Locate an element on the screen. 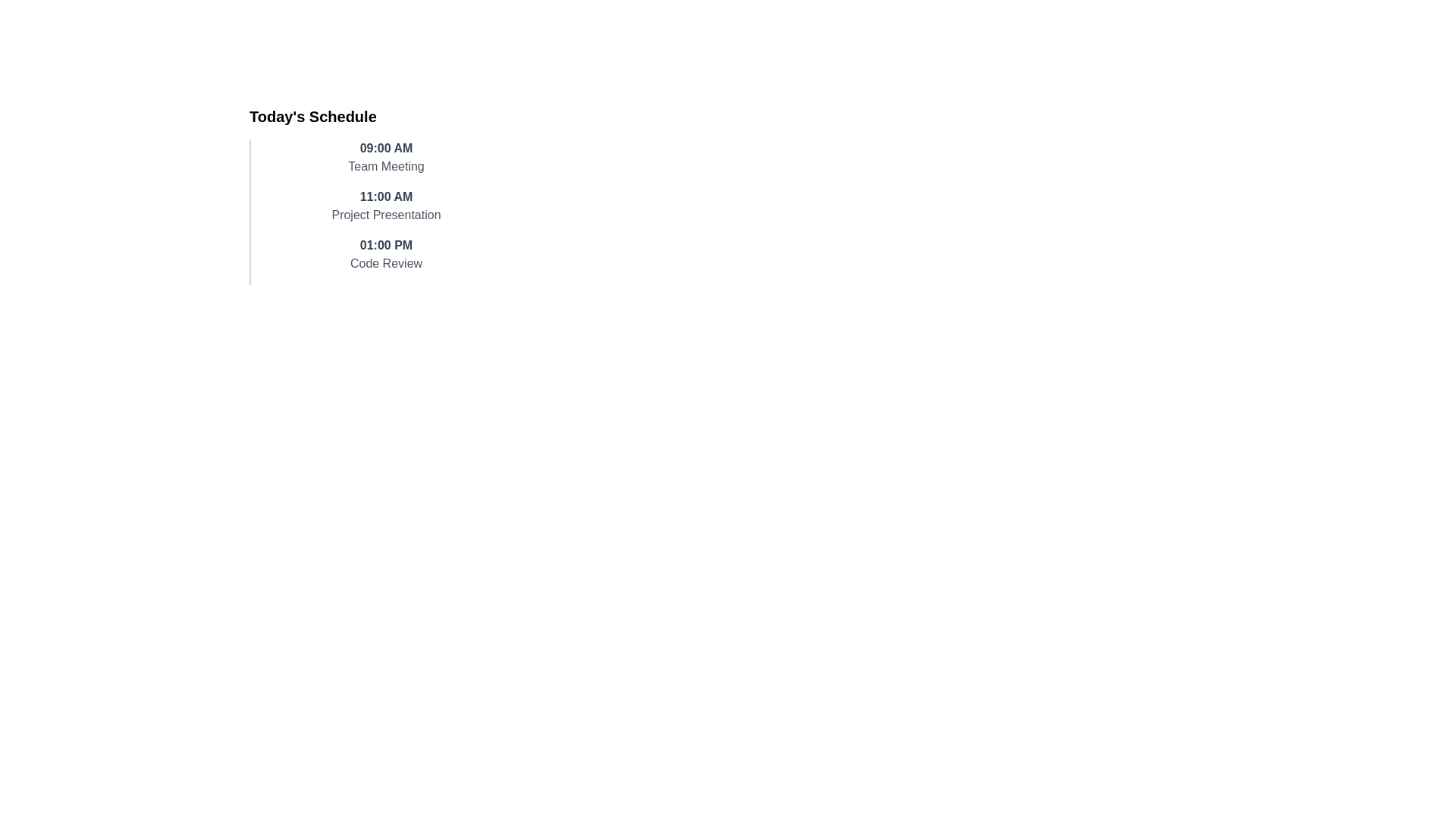 The image size is (1456, 819). text content of the Text Label that informs about the 'Project Presentation' scheduled in the timeline, positioned below '11:00 AM' and above 'Code Review' is located at coordinates (386, 215).